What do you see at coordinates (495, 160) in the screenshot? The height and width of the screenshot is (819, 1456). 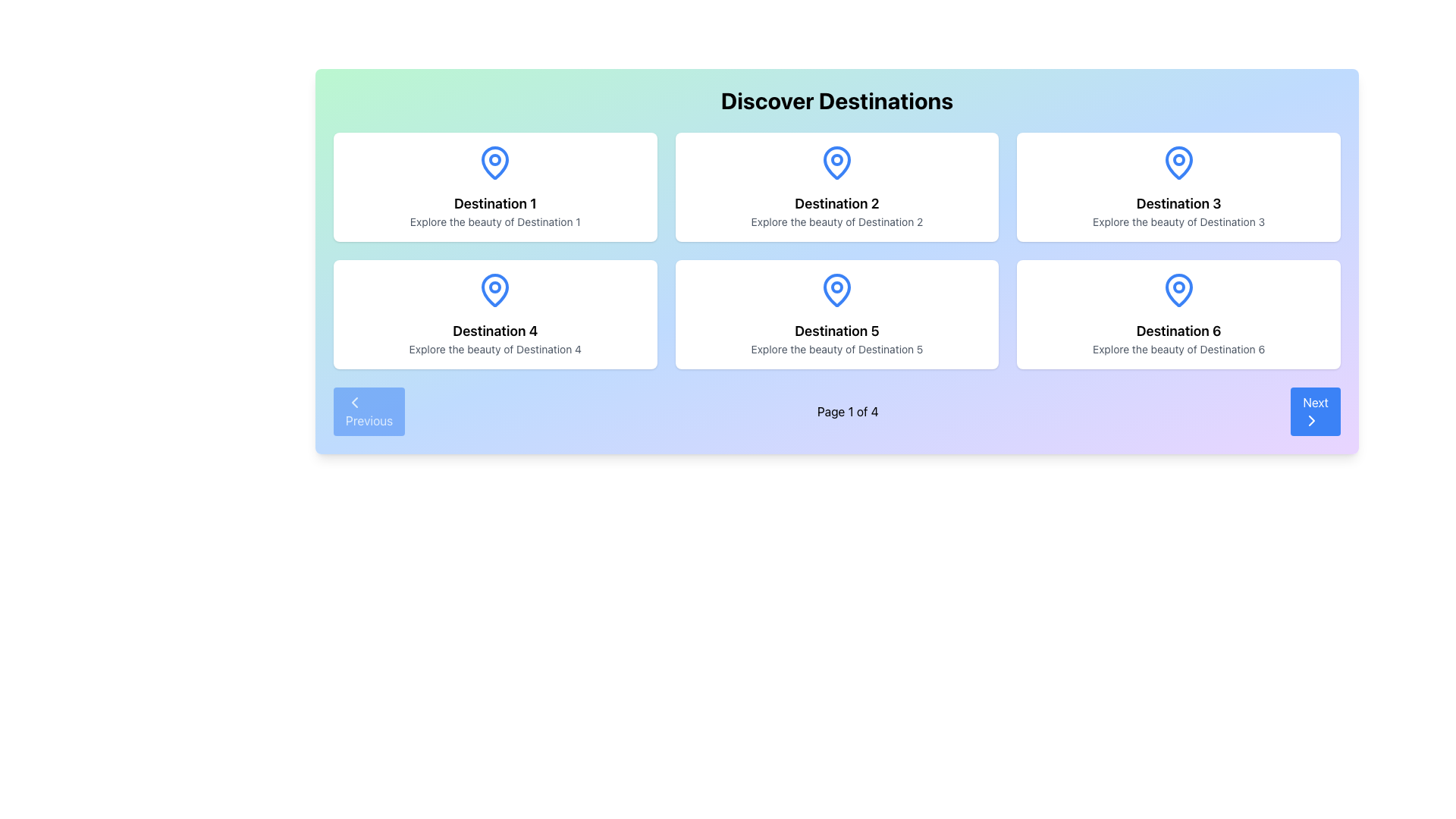 I see `the SVG Circle that visually represents the center of the map-pin icon above the text 'Destination 1' in the top-left destination card of the layout grid` at bounding box center [495, 160].